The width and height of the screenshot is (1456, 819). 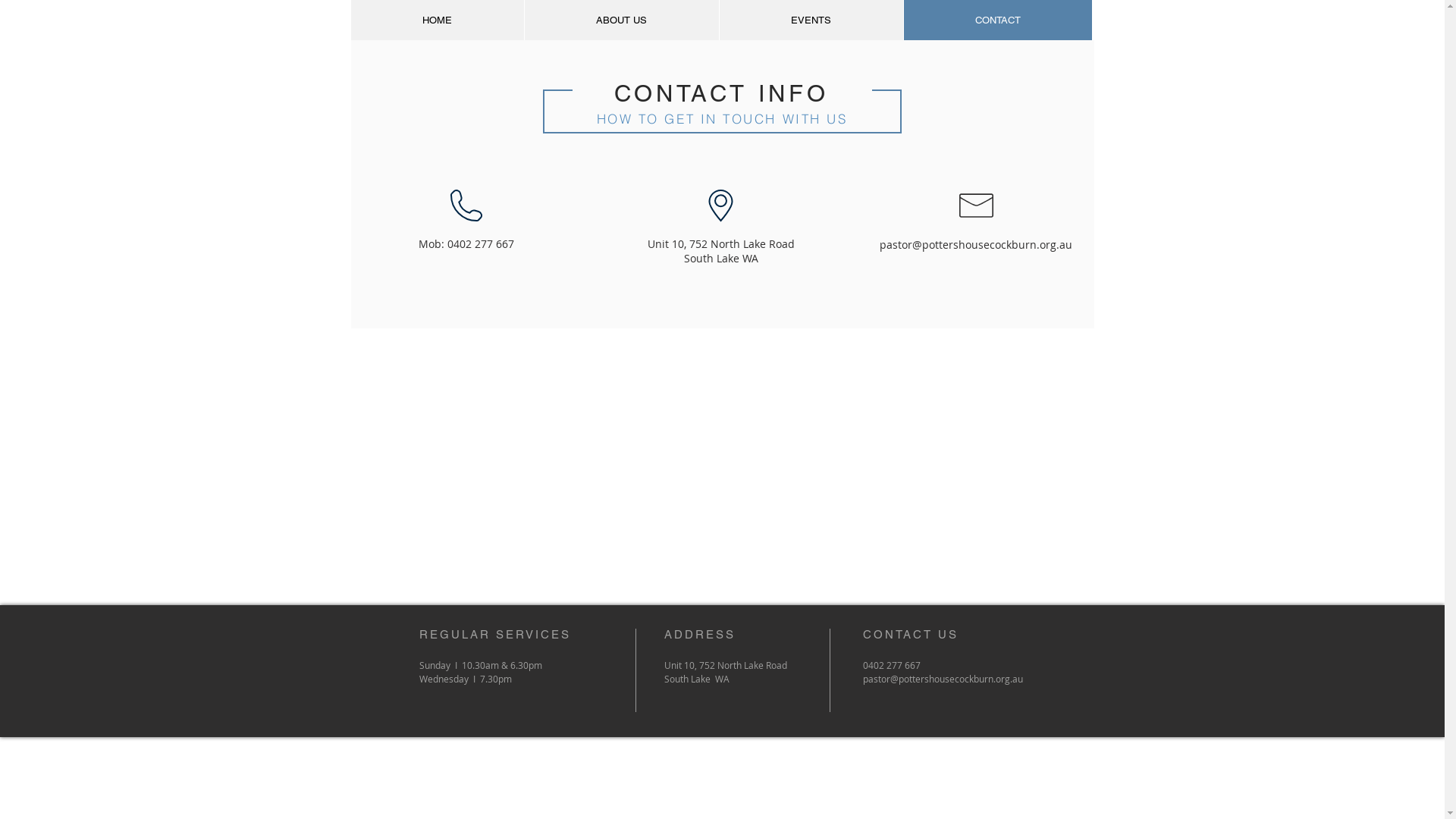 I want to click on 'CONTACT', so click(x=996, y=20).